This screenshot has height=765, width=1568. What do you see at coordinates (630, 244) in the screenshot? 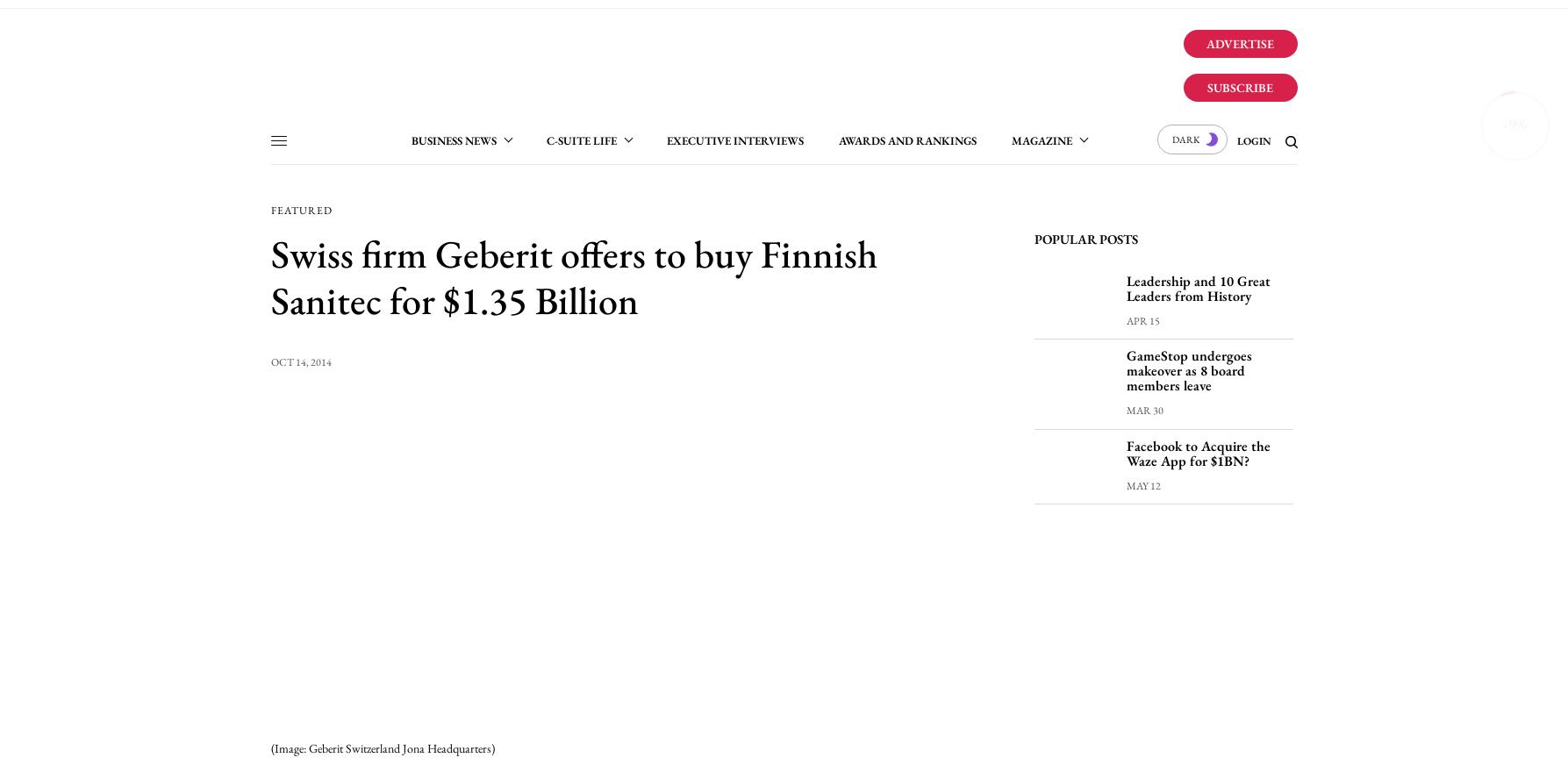
I see `'Energy'` at bounding box center [630, 244].